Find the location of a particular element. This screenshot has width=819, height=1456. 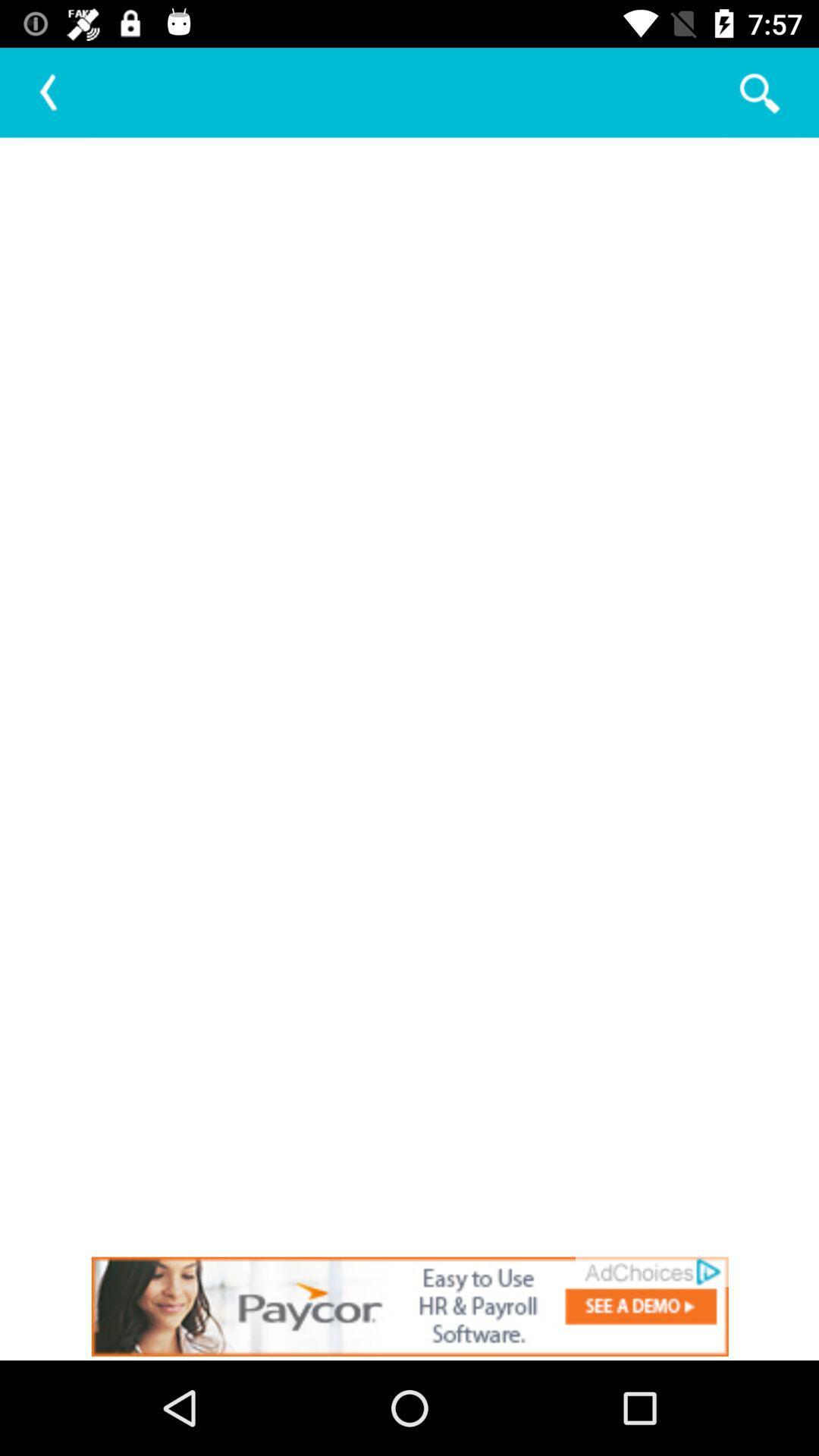

advertisement is located at coordinates (409, 1306).